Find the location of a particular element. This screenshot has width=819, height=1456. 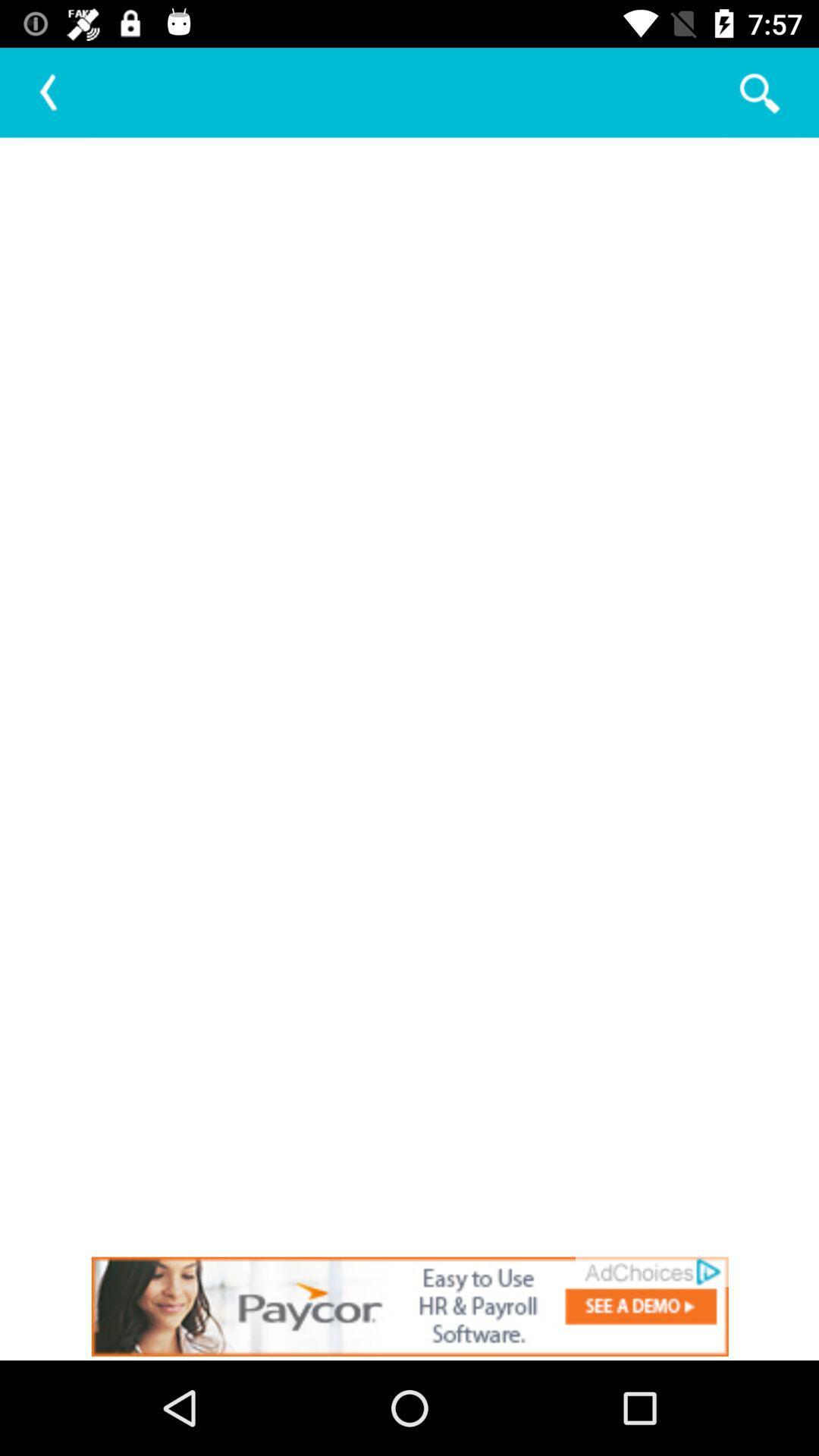

advertisement is located at coordinates (409, 1306).